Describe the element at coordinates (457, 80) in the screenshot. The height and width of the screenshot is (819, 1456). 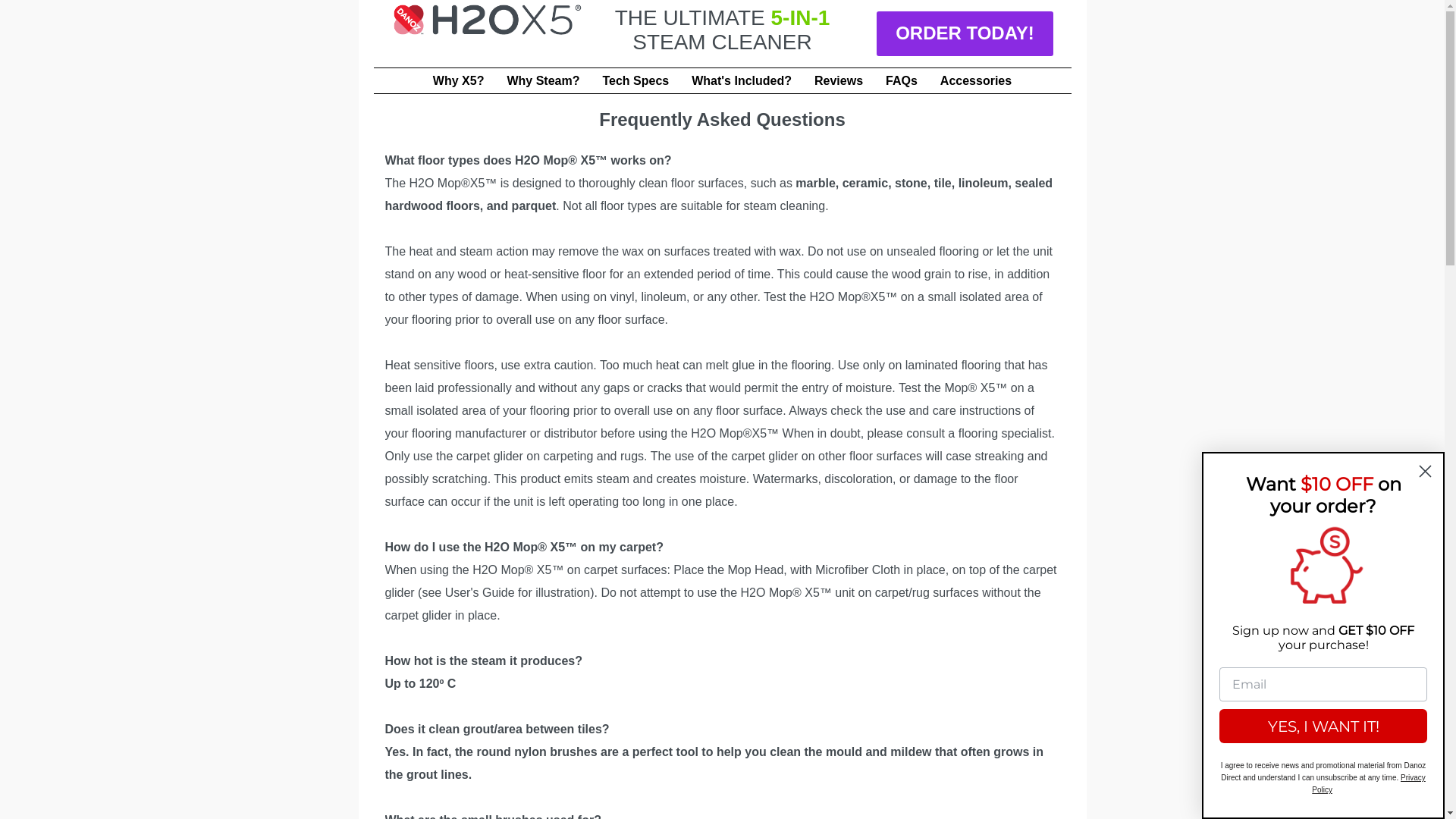
I see `'Why X5?'` at that location.